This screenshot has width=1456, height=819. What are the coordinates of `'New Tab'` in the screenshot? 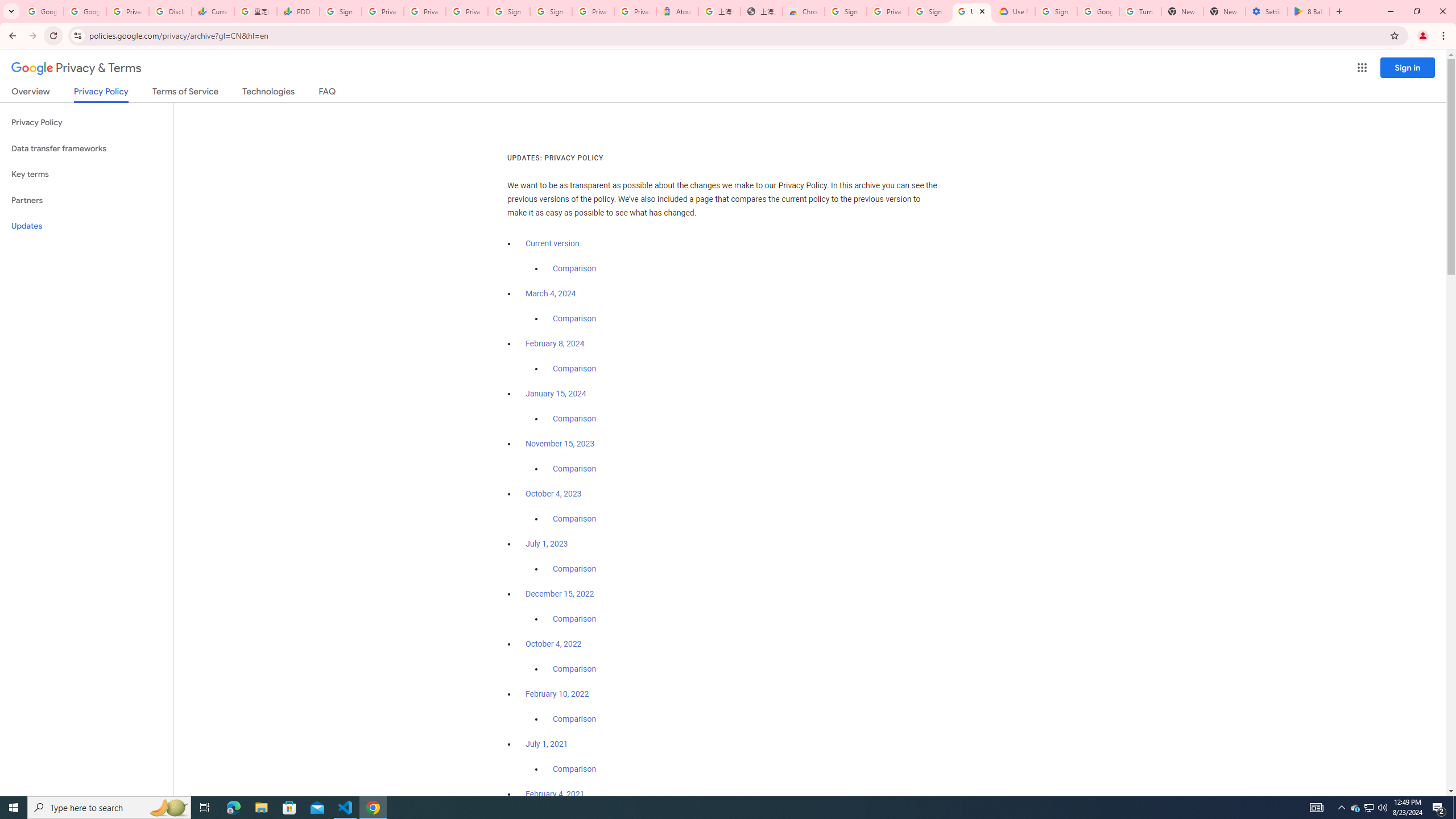 It's located at (1224, 11).